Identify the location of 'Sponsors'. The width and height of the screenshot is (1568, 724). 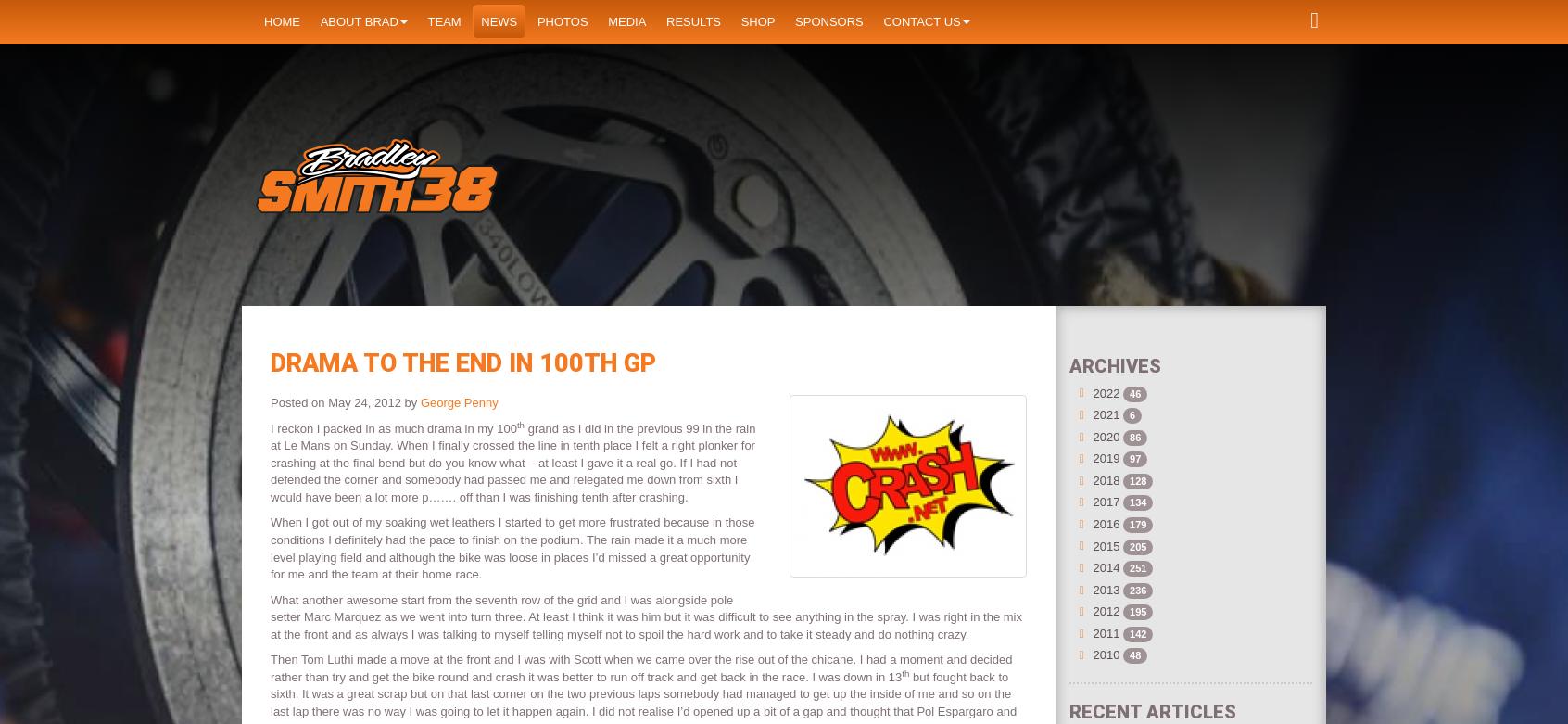
(828, 20).